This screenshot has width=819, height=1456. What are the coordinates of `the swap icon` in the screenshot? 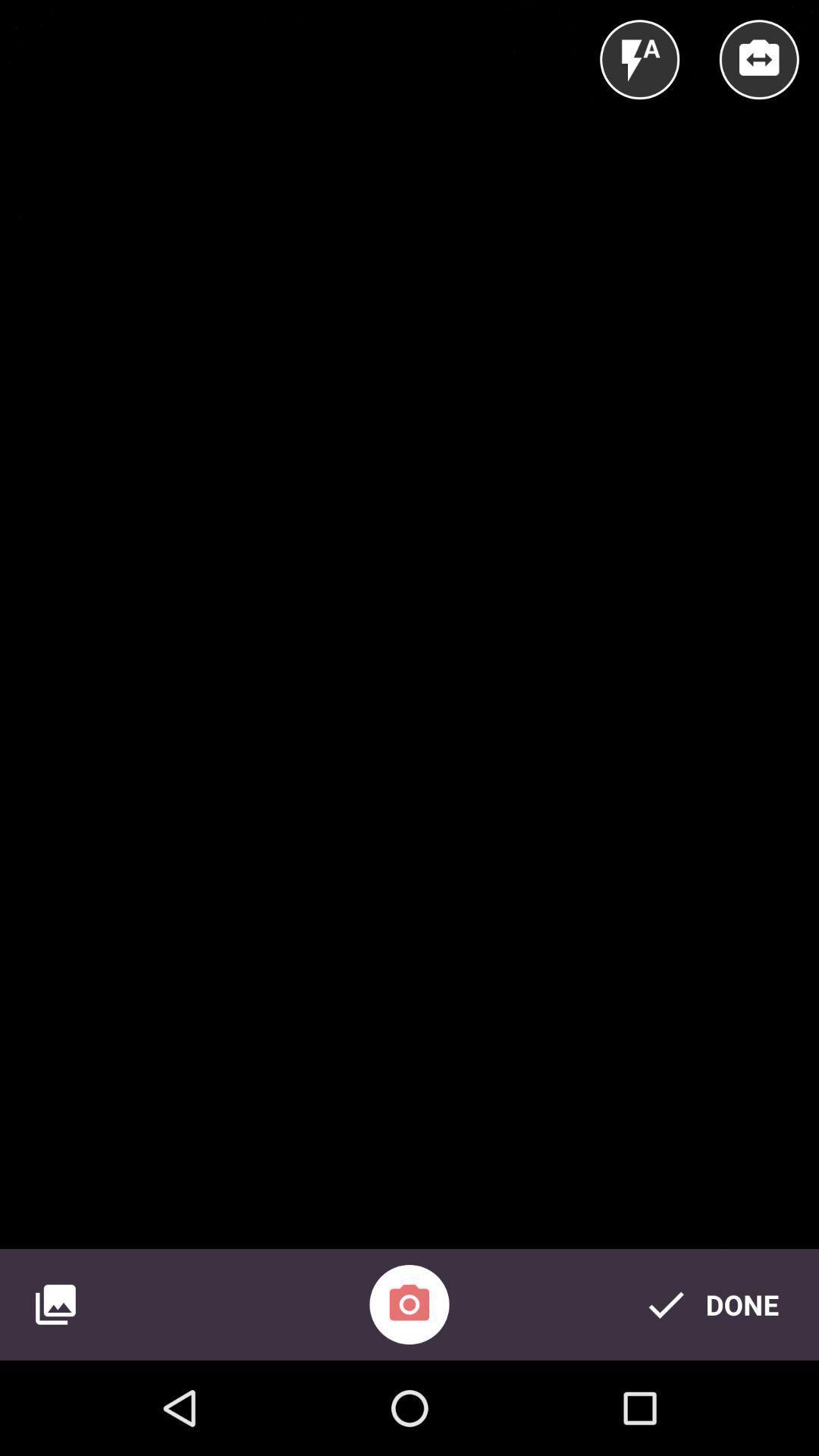 It's located at (759, 59).